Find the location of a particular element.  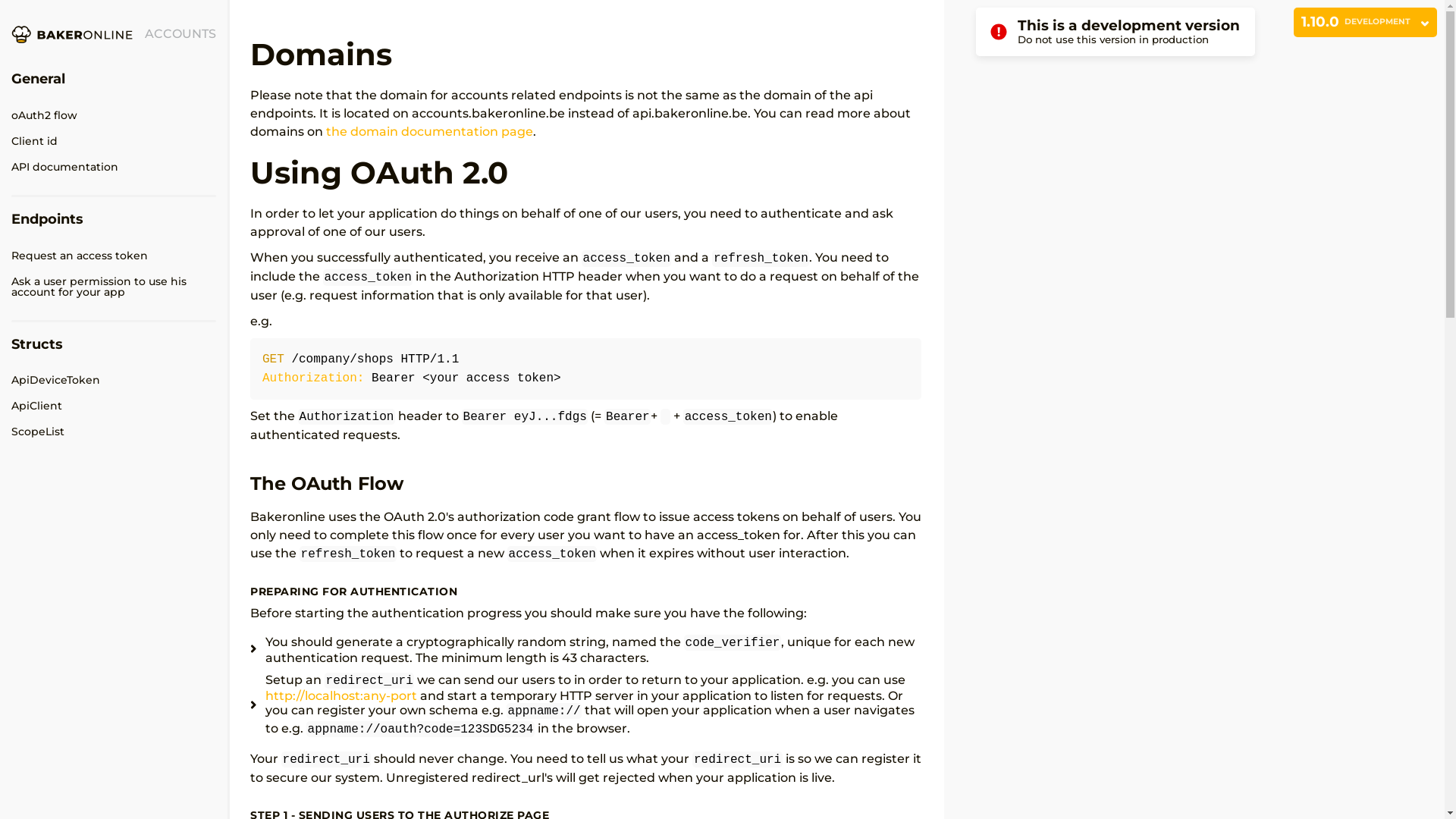

'http://localhost:any-port' is located at coordinates (340, 695).